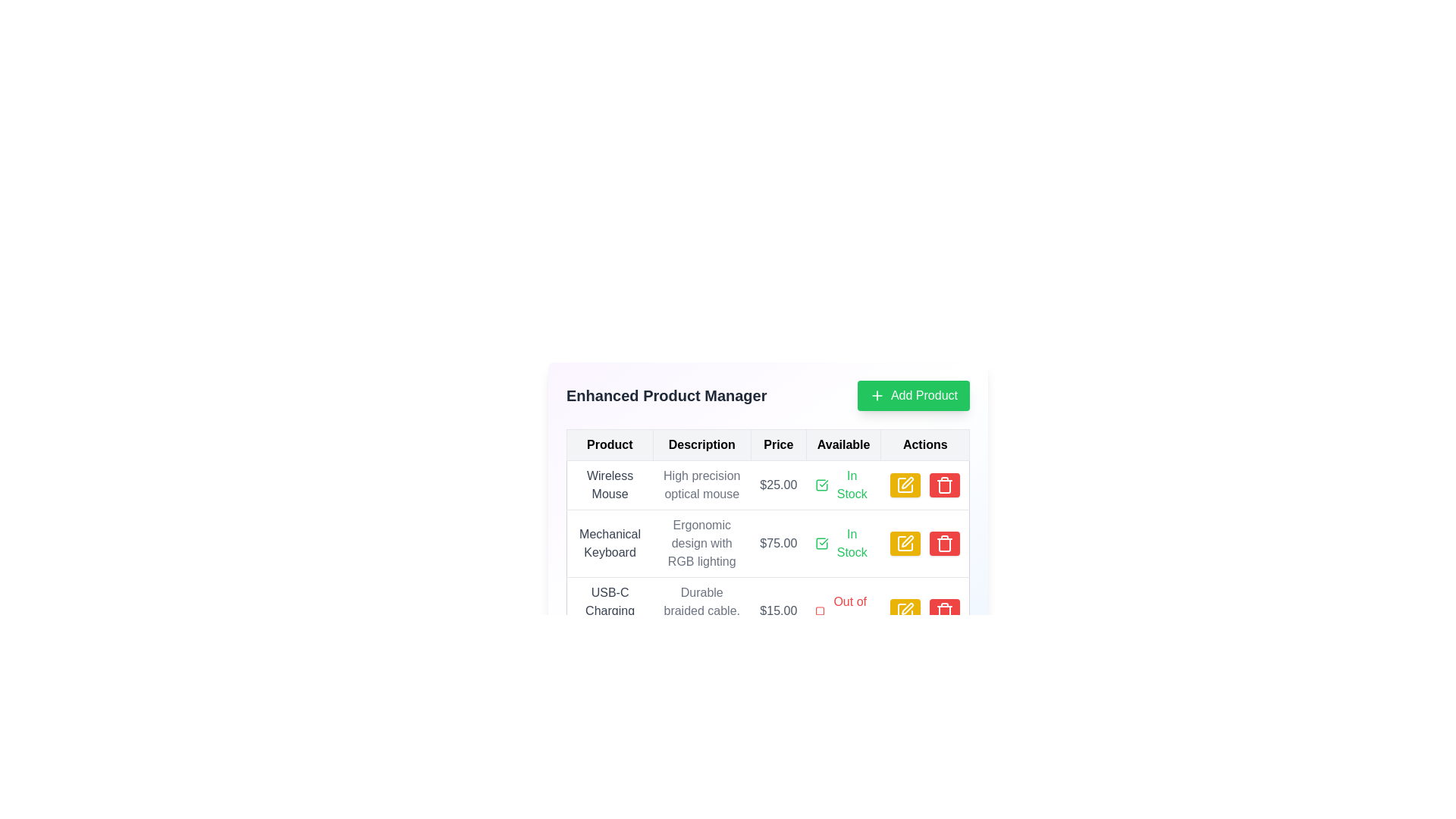 The width and height of the screenshot is (1456, 819). I want to click on the 'In Stock' text label with a check icon in the 'Available' column of the product inventory table for the 'Wireless Mouse' product, so click(843, 485).